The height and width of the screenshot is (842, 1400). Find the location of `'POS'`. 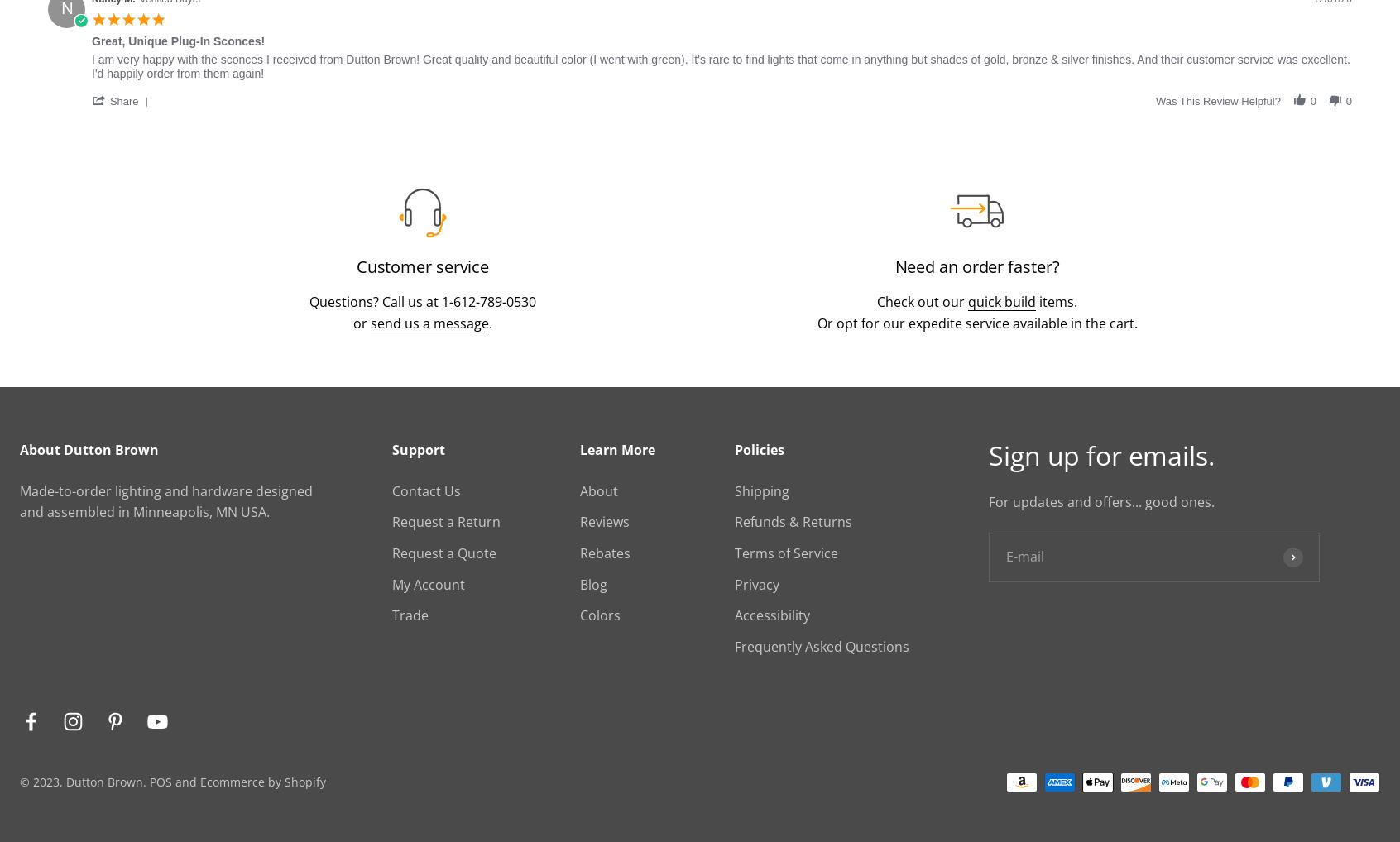

'POS' is located at coordinates (149, 781).